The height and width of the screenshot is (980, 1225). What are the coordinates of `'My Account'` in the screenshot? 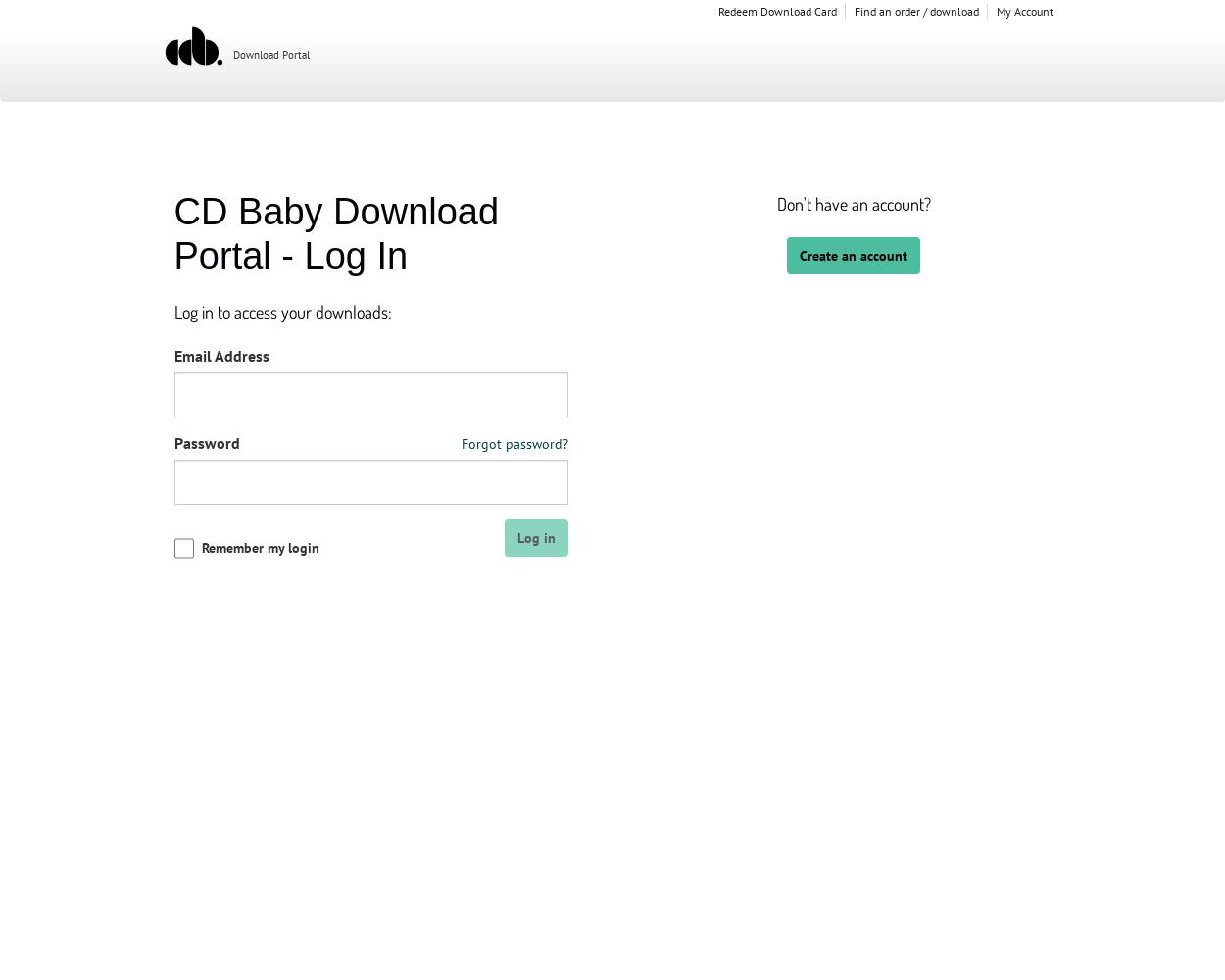 It's located at (1024, 11).